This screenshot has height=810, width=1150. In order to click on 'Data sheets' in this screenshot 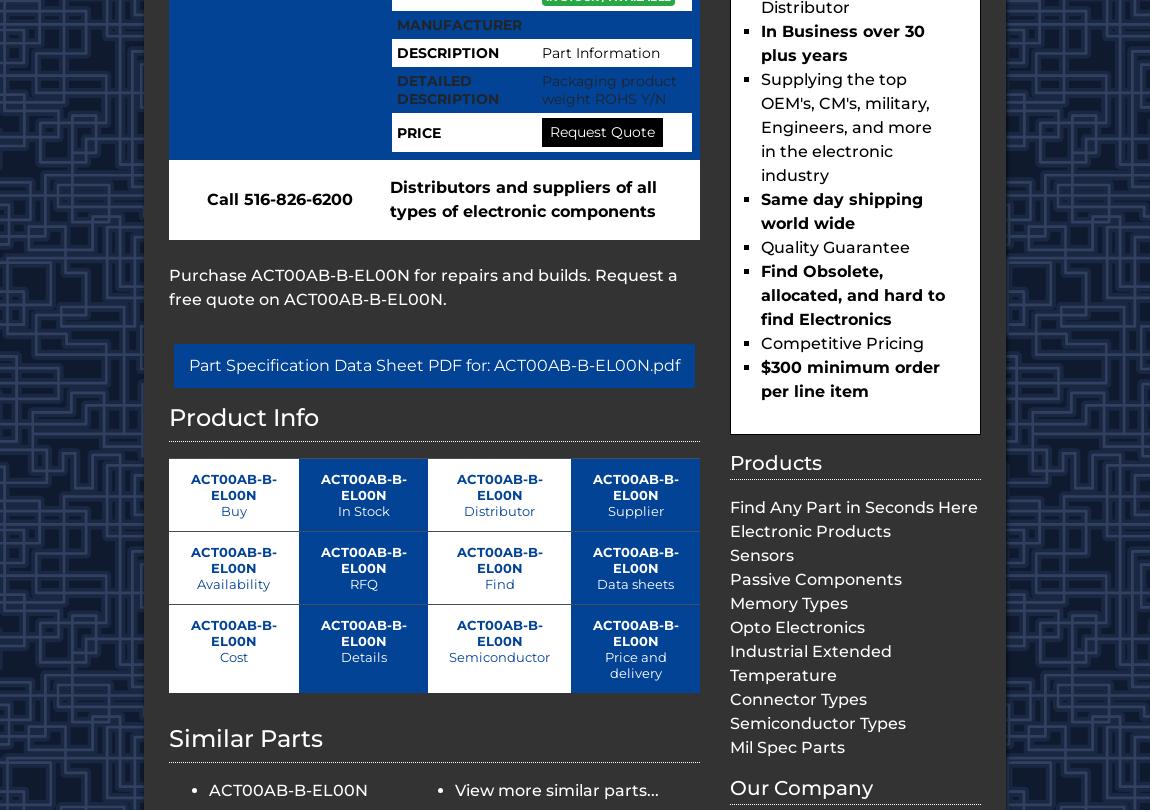, I will do `click(595, 583)`.